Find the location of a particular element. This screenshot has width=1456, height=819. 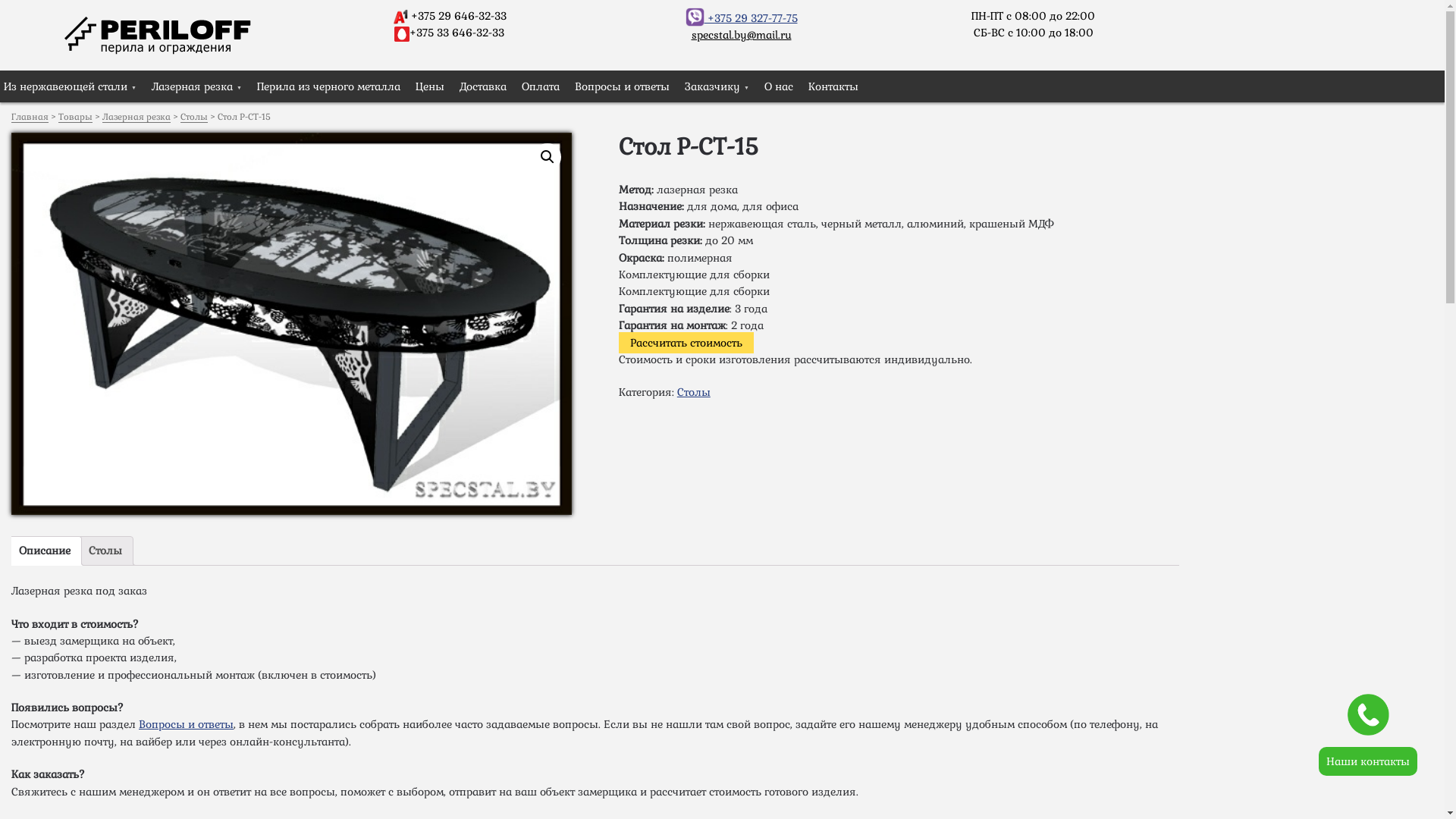

'+375 29 646-32-33' is located at coordinates (457, 15).